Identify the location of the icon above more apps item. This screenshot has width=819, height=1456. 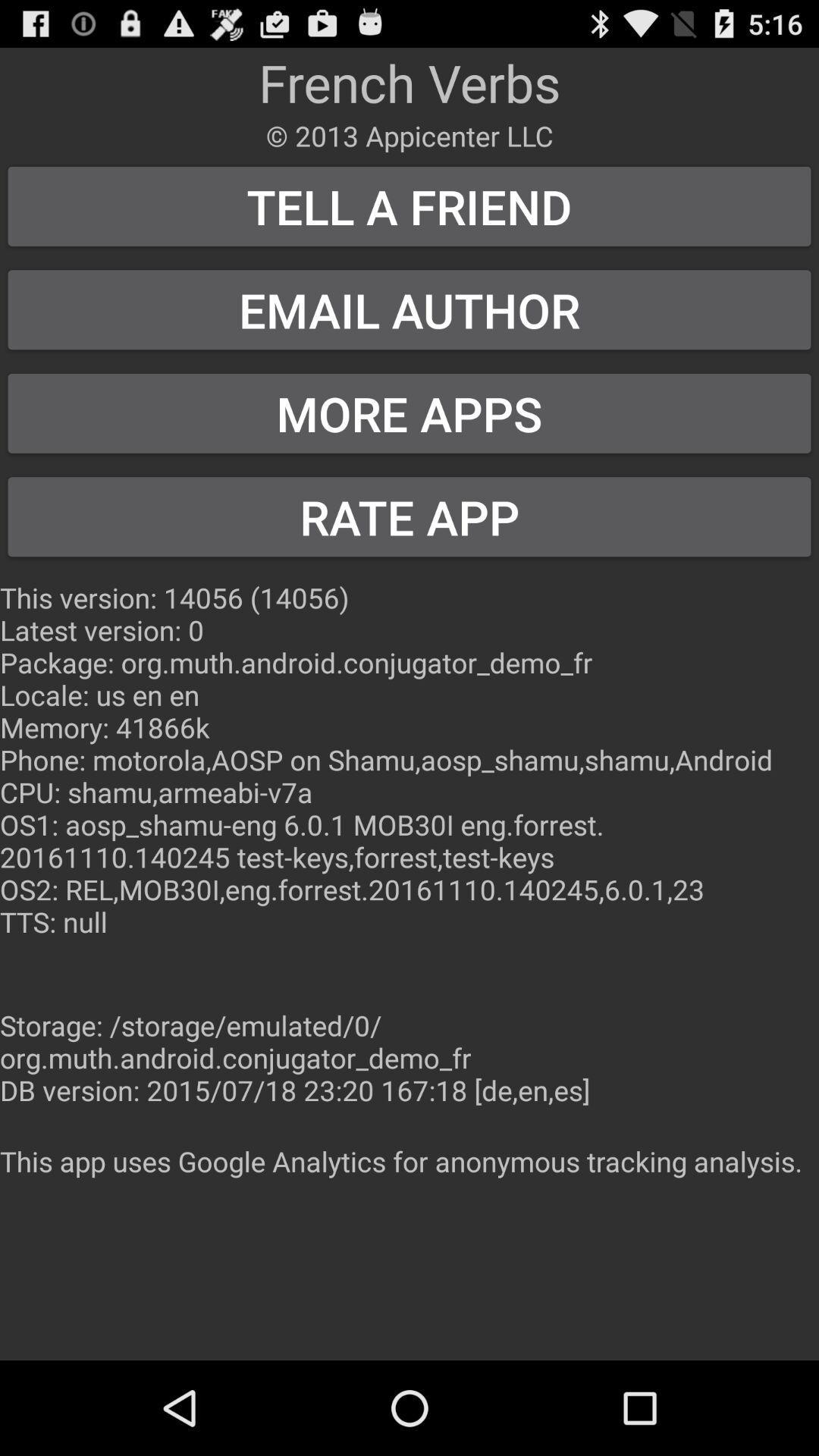
(409, 309).